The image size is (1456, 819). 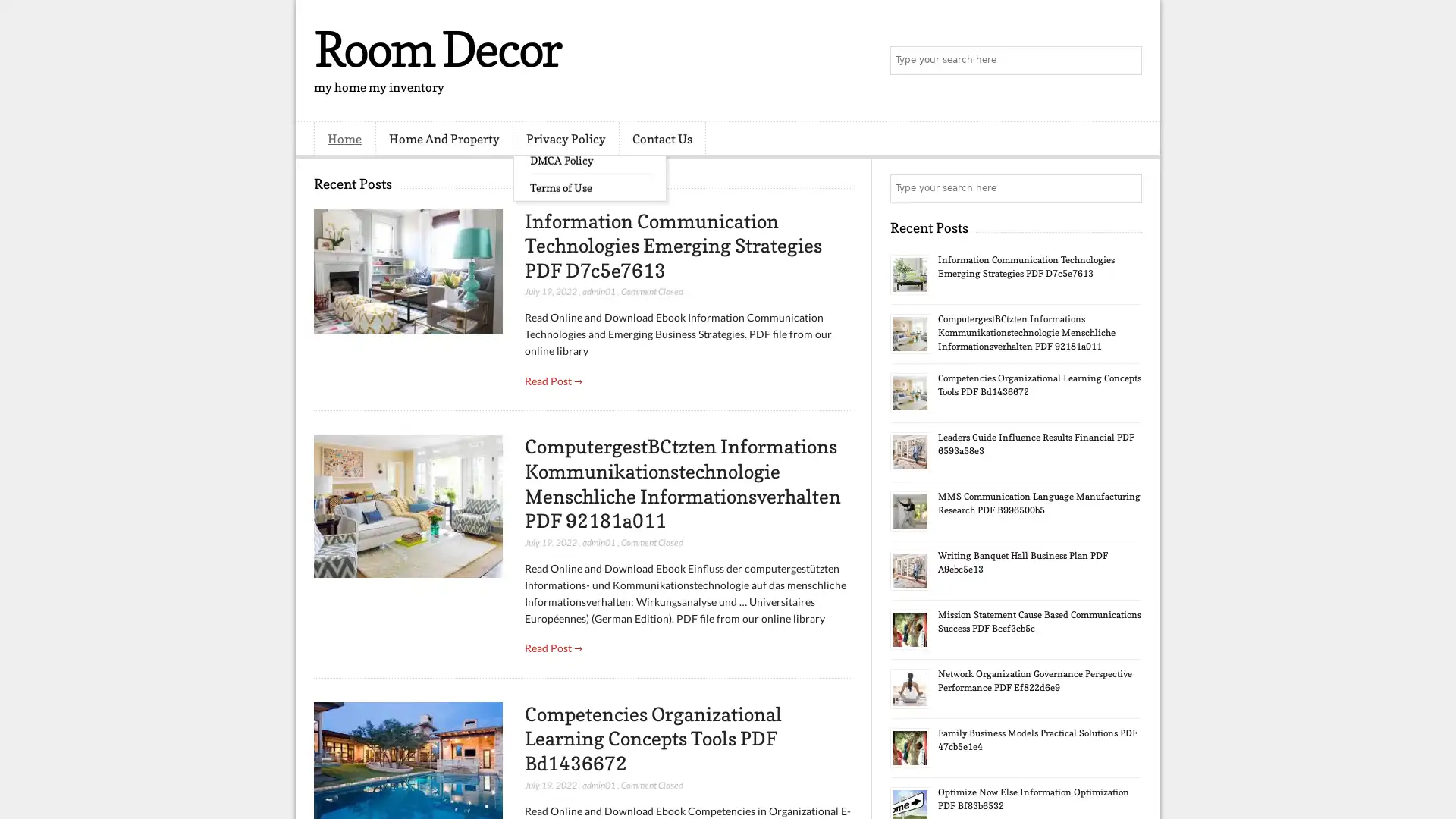 What do you see at coordinates (1126, 188) in the screenshot?
I see `Search` at bounding box center [1126, 188].